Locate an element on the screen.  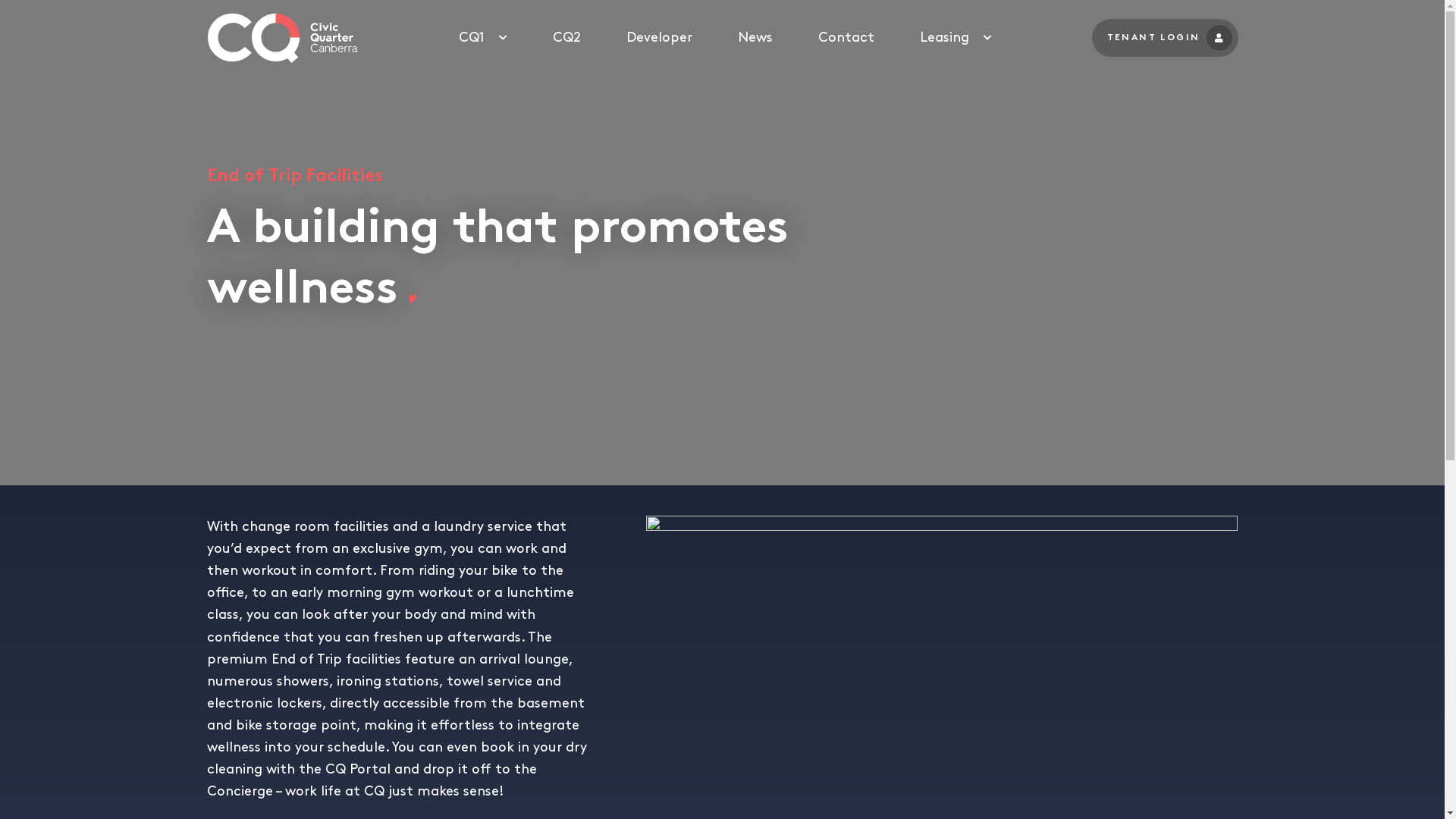
'Developer' is located at coordinates (603, 37).